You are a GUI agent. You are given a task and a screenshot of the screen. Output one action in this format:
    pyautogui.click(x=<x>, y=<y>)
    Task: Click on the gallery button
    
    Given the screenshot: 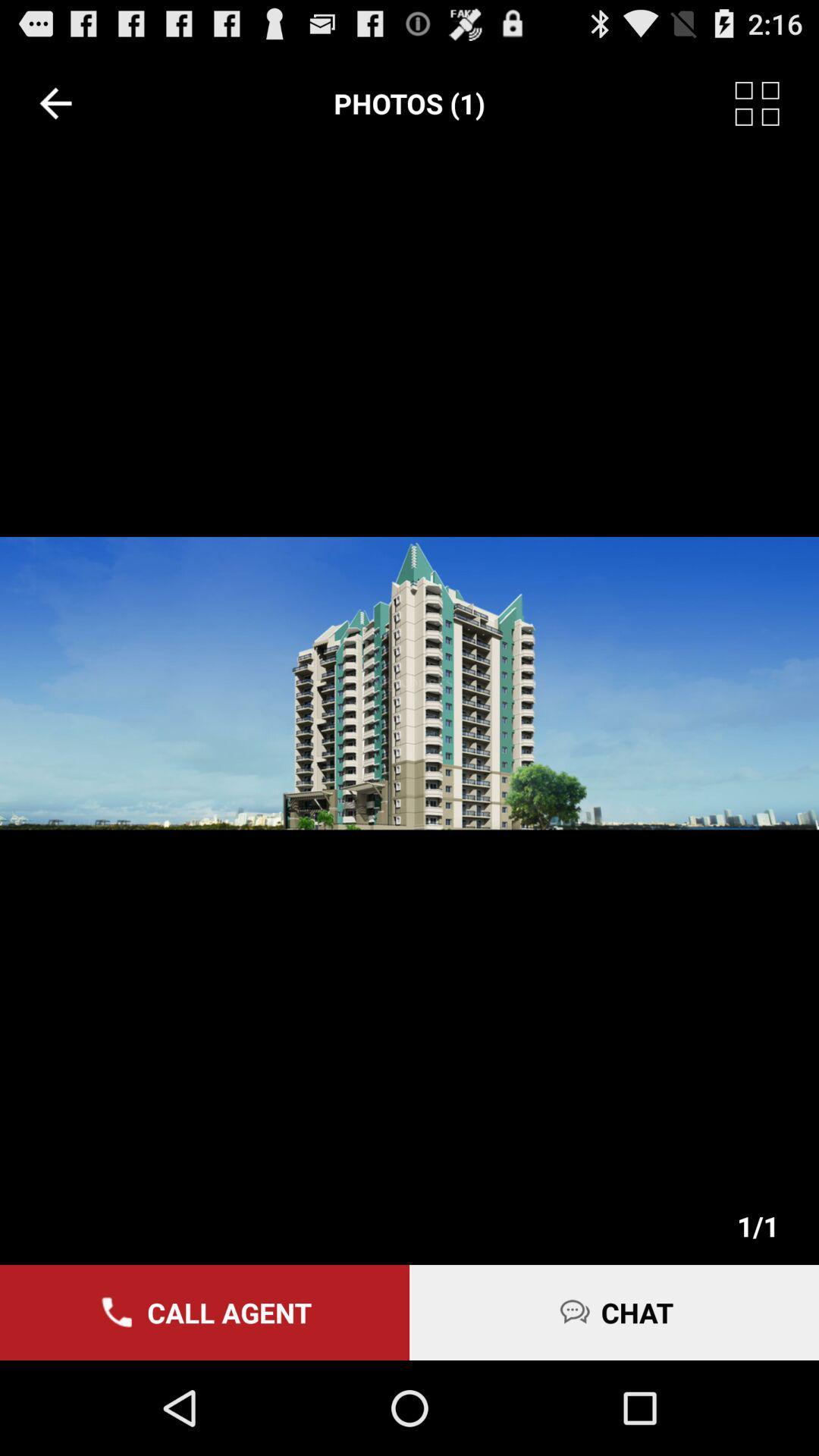 What is the action you would take?
    pyautogui.click(x=777, y=102)
    